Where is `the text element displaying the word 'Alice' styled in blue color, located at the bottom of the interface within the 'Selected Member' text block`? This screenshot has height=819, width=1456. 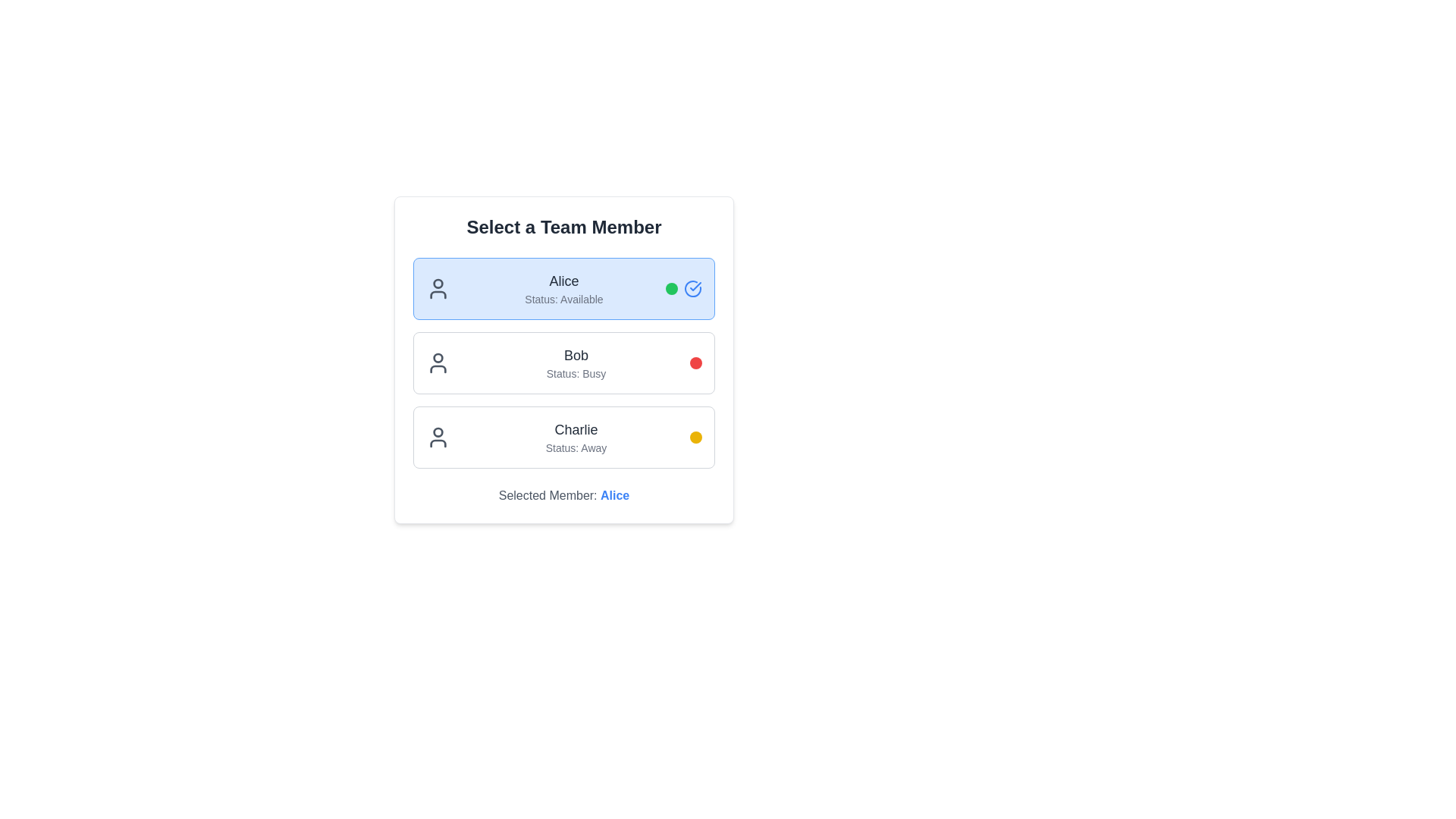
the text element displaying the word 'Alice' styled in blue color, located at the bottom of the interface within the 'Selected Member' text block is located at coordinates (615, 495).